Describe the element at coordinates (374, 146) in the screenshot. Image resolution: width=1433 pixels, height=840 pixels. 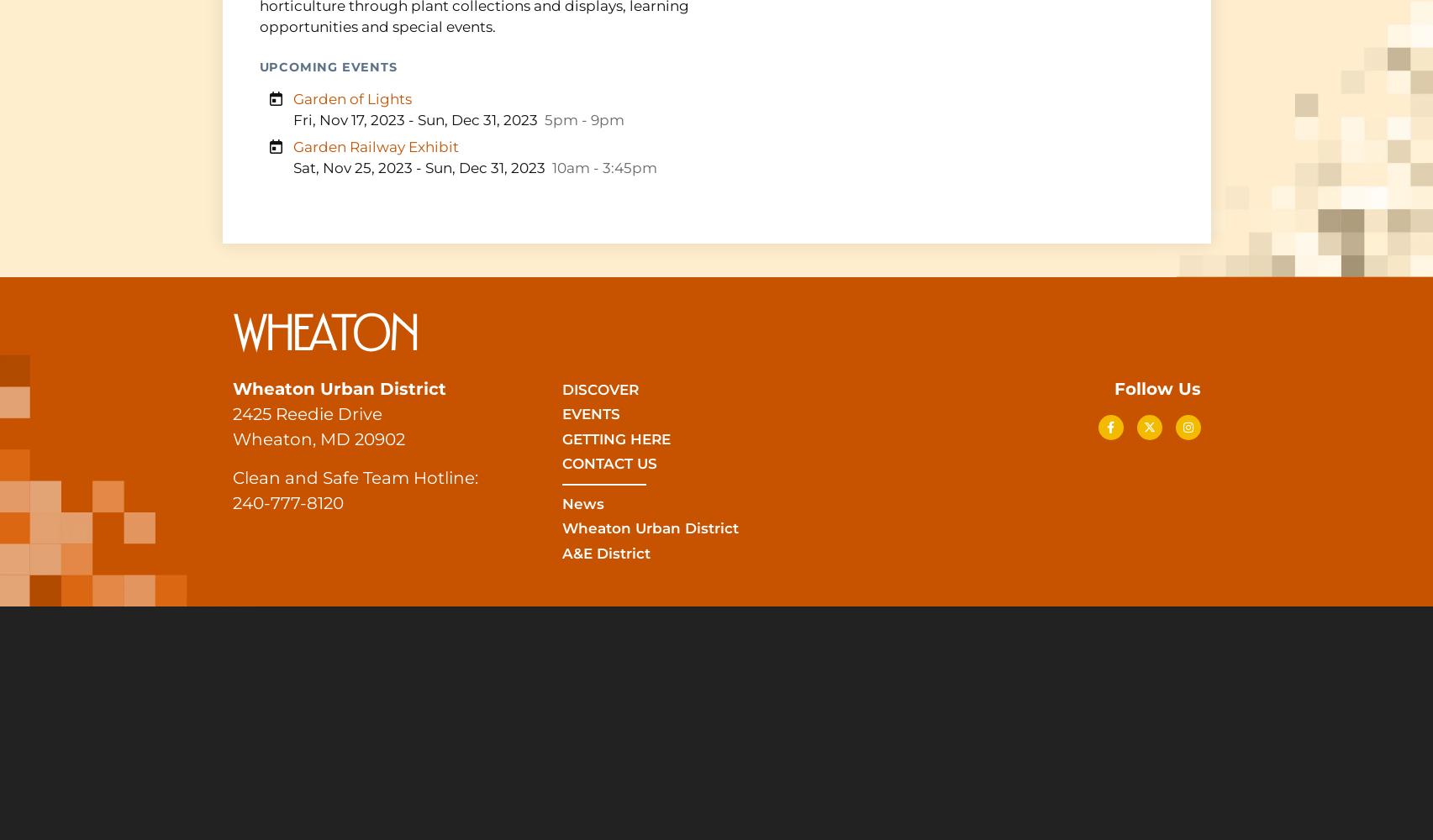
I see `'Garden Railway Exhibit'` at that location.